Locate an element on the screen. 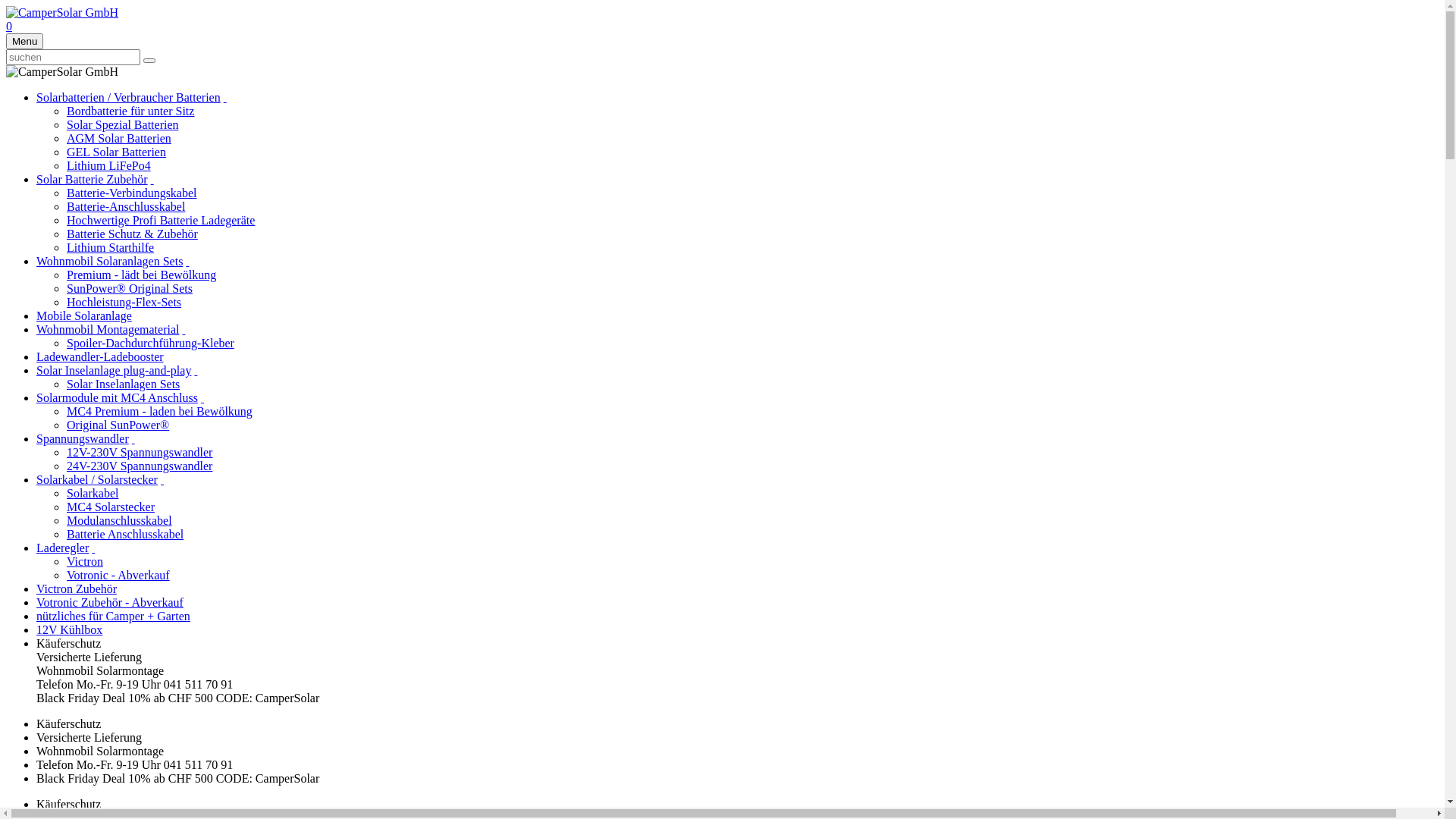  '12V-230V Spannungswandler' is located at coordinates (139, 451).